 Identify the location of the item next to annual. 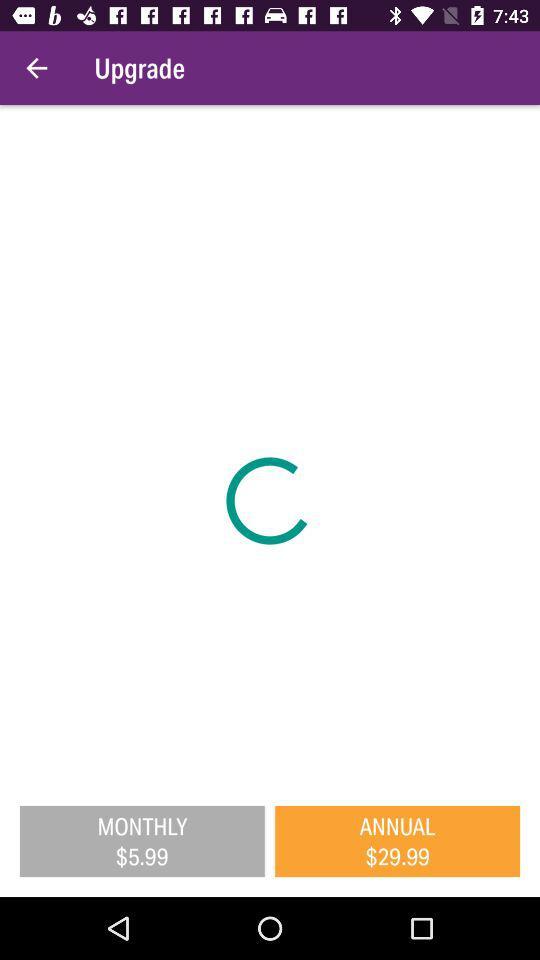
(141, 840).